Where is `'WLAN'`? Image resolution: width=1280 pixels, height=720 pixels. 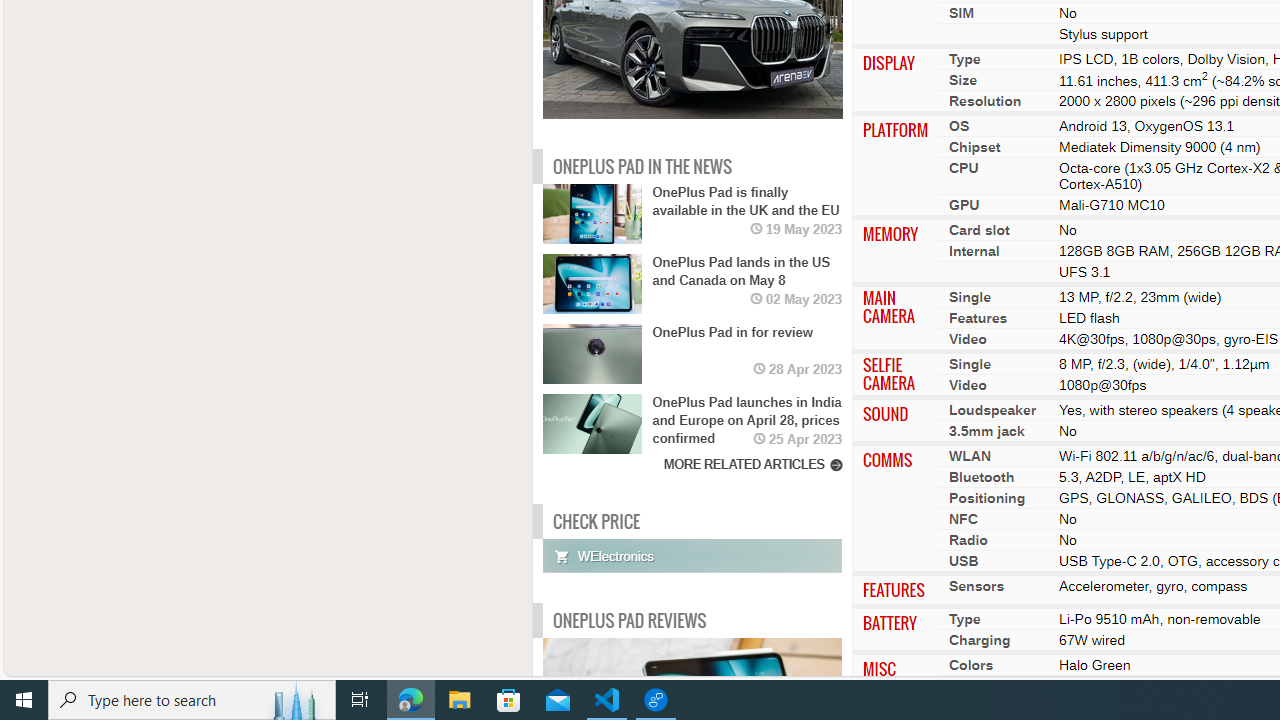 'WLAN' is located at coordinates (969, 456).